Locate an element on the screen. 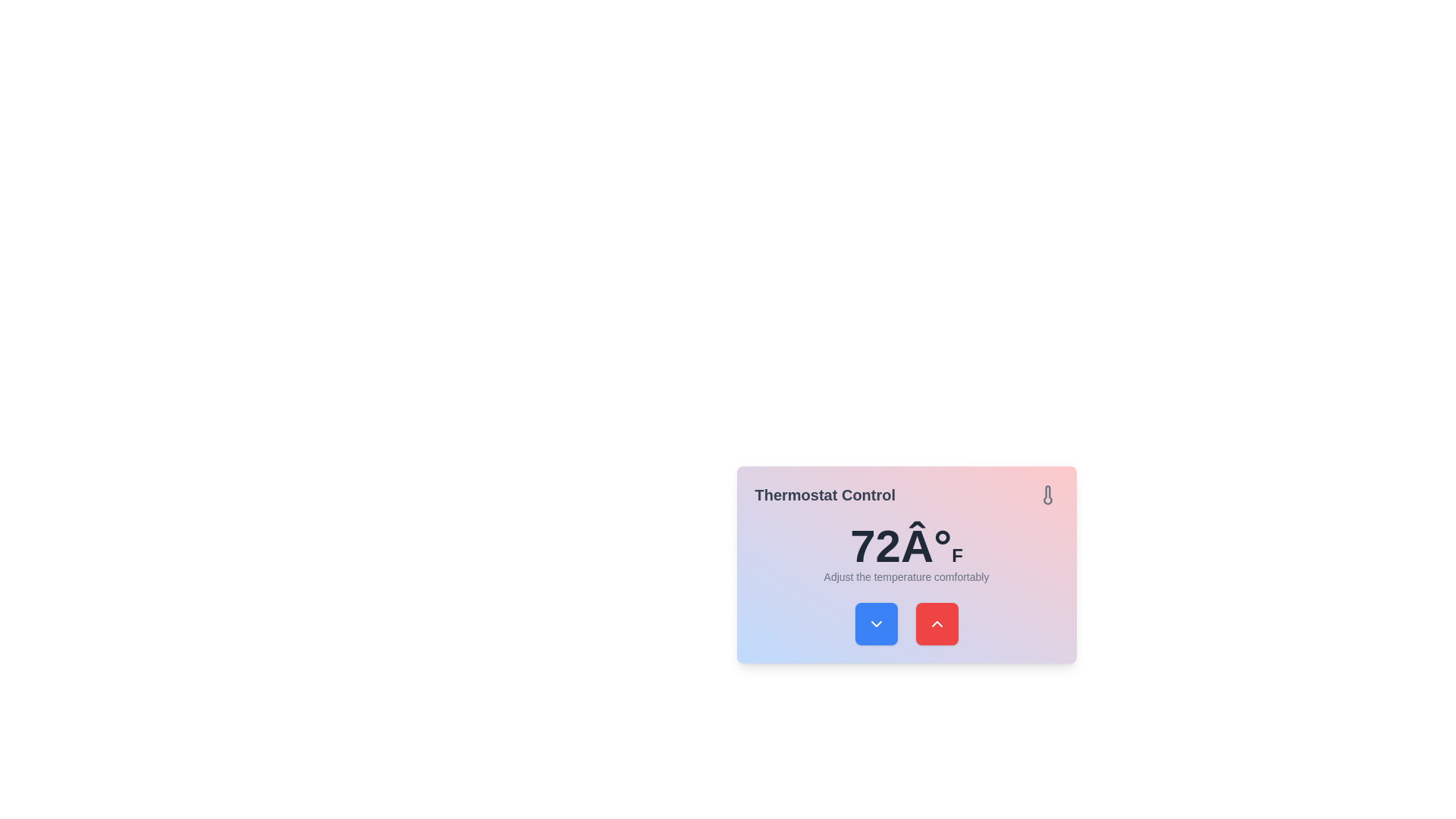 The image size is (1456, 819). the text label displaying 'Adjust the temperature comfortably', which is located beneath the temperature display '72°F' within a card-like UI structure is located at coordinates (906, 576).